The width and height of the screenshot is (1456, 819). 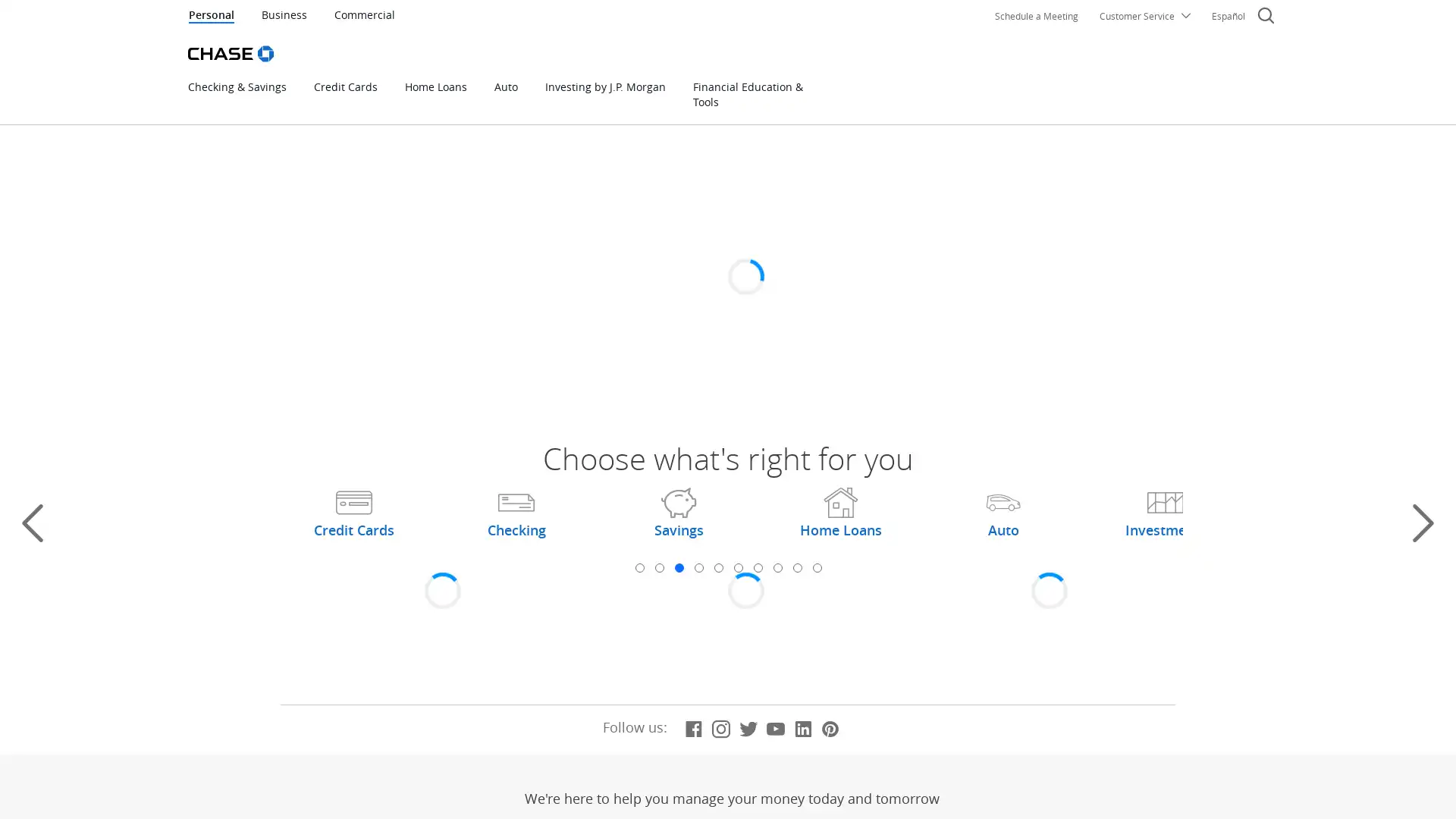 I want to click on Slide 2 of 10, so click(x=658, y=567).